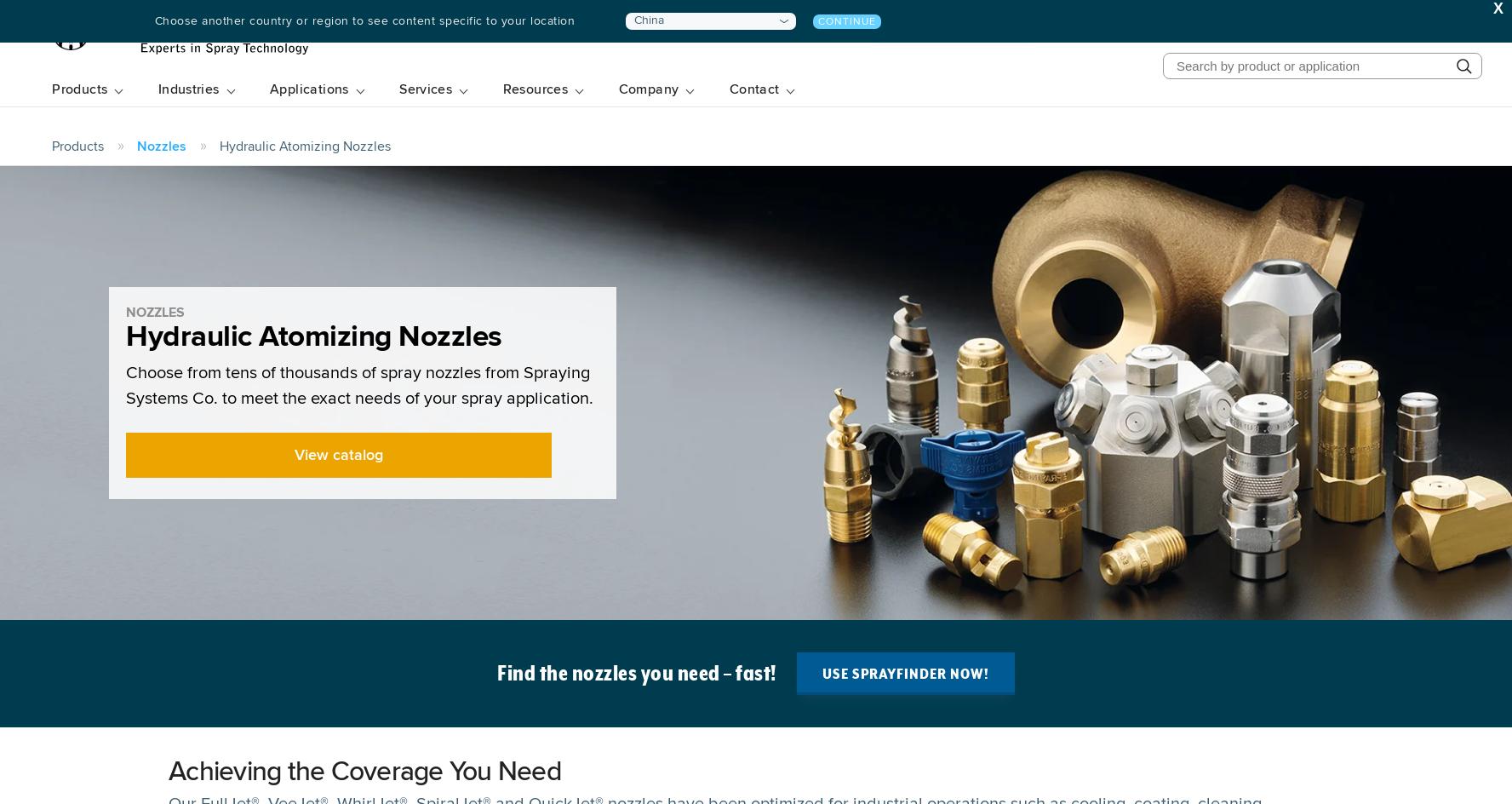  I want to click on 'Choose from tens of thousands of spray nozzles from Spraying Systems Co. to meet the exact needs of your spray application.', so click(125, 383).